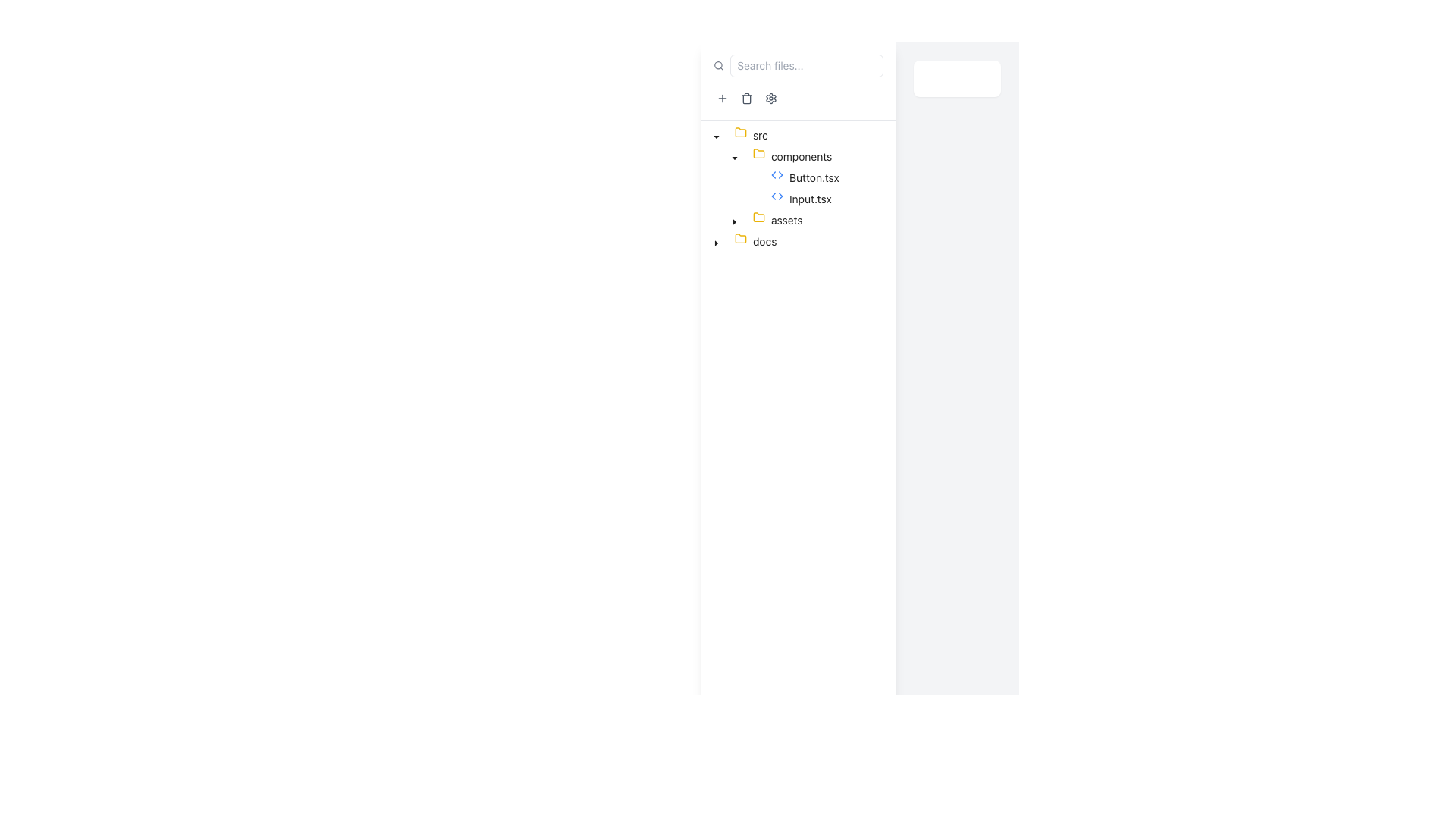 This screenshot has width=1456, height=819. What do you see at coordinates (722, 99) in the screenshot?
I see `the first button in a row of three located in the top-left section of the interface` at bounding box center [722, 99].